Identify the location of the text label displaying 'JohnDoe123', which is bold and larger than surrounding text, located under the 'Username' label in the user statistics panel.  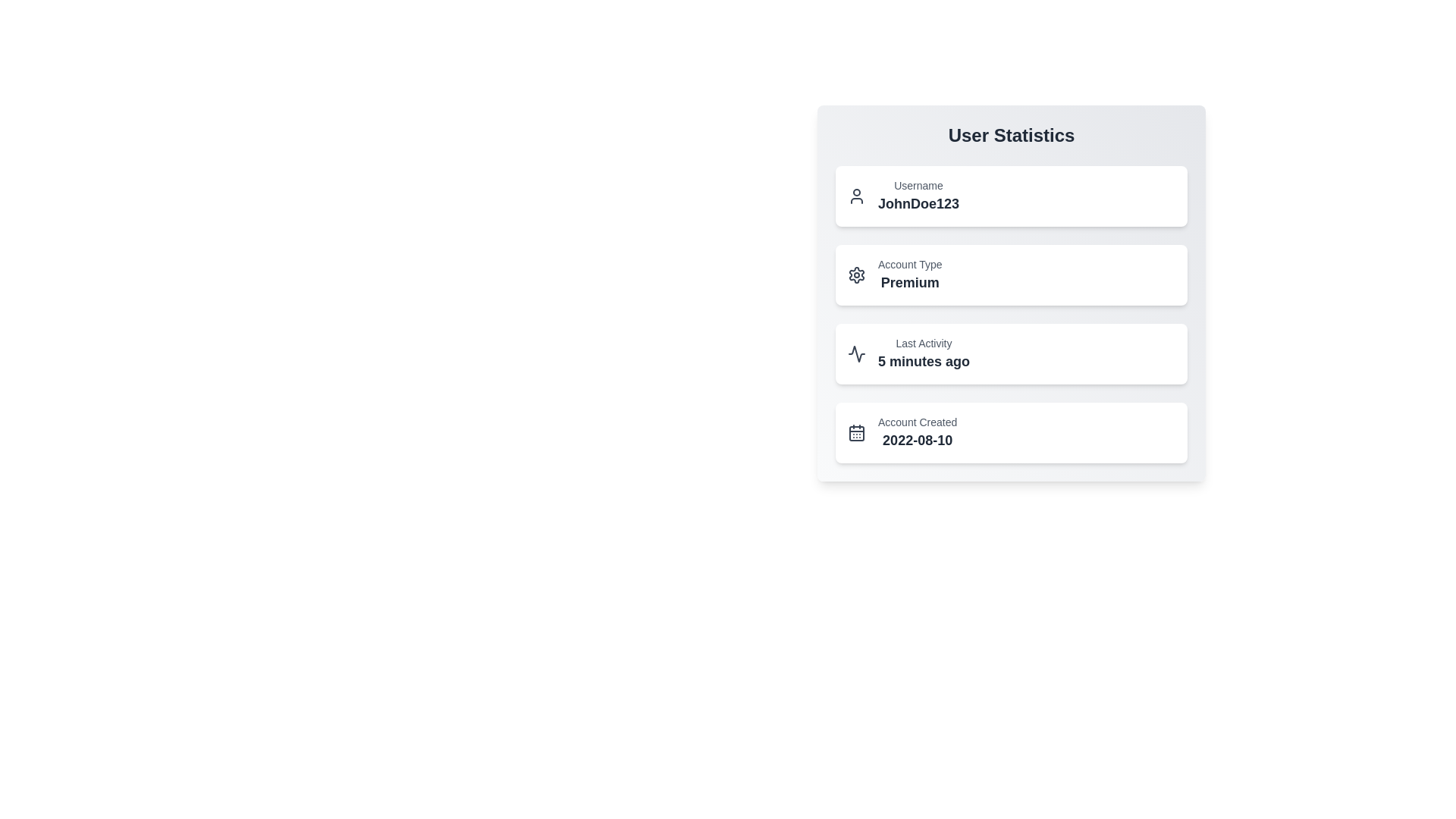
(918, 203).